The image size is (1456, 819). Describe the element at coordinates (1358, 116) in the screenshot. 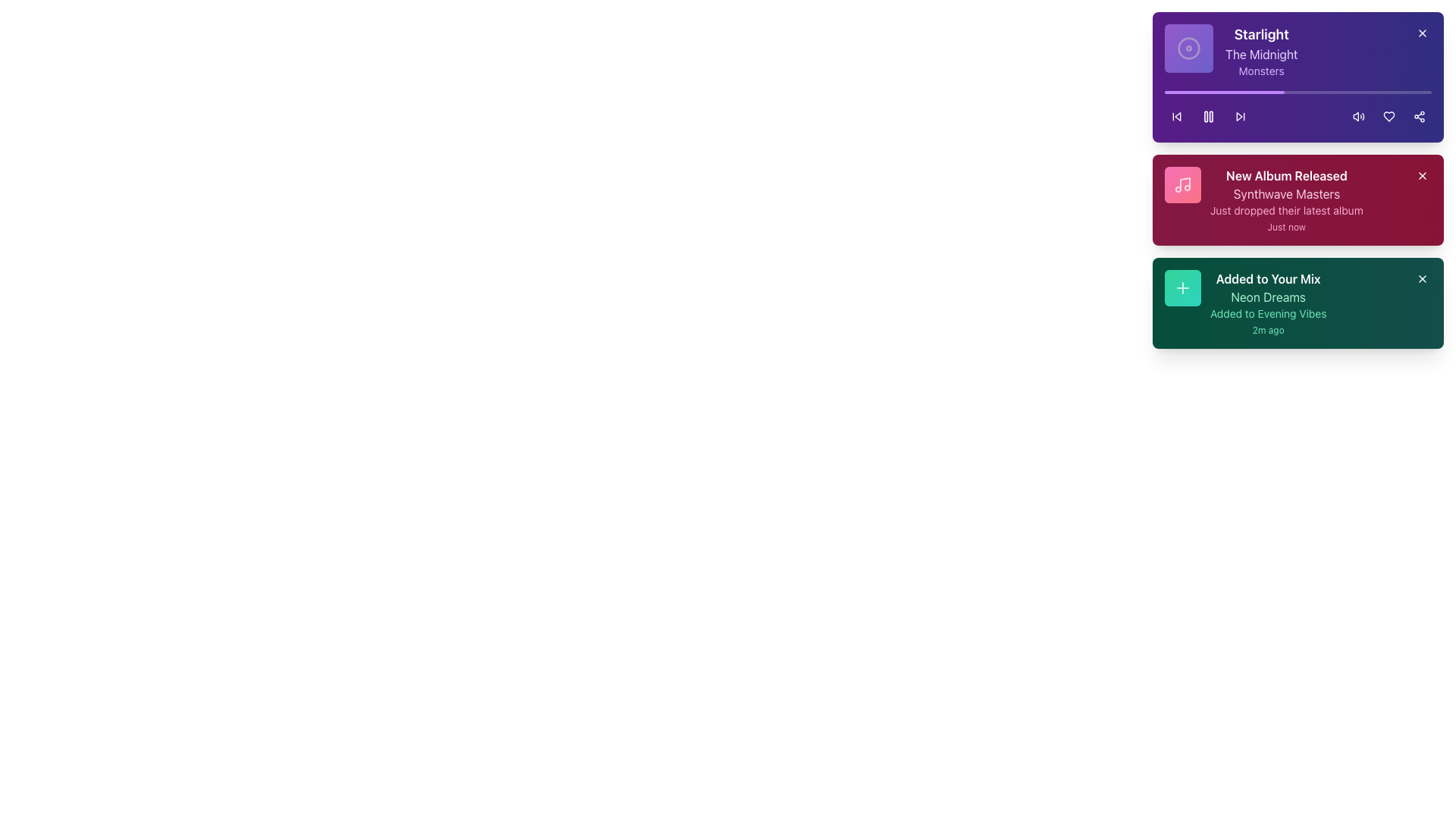

I see `the volume control icon, which resembles a speaker emitting sound waves, located in the topmost card of the notification section` at that location.